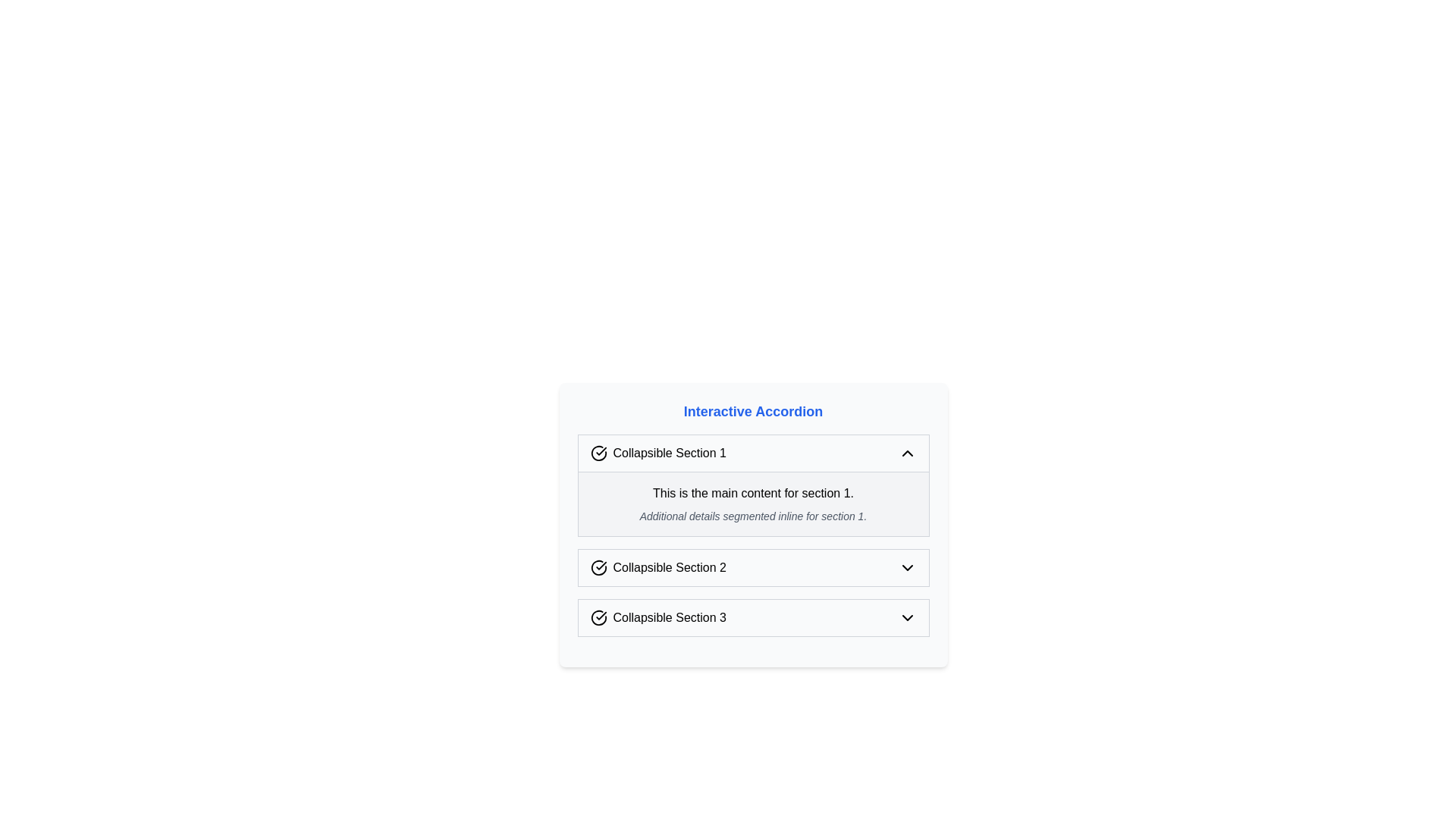 The width and height of the screenshot is (1456, 819). Describe the element at coordinates (598, 567) in the screenshot. I see `the checkmark icon in the header of 'Collapsible Section 2' by moving the cursor to its center point` at that location.